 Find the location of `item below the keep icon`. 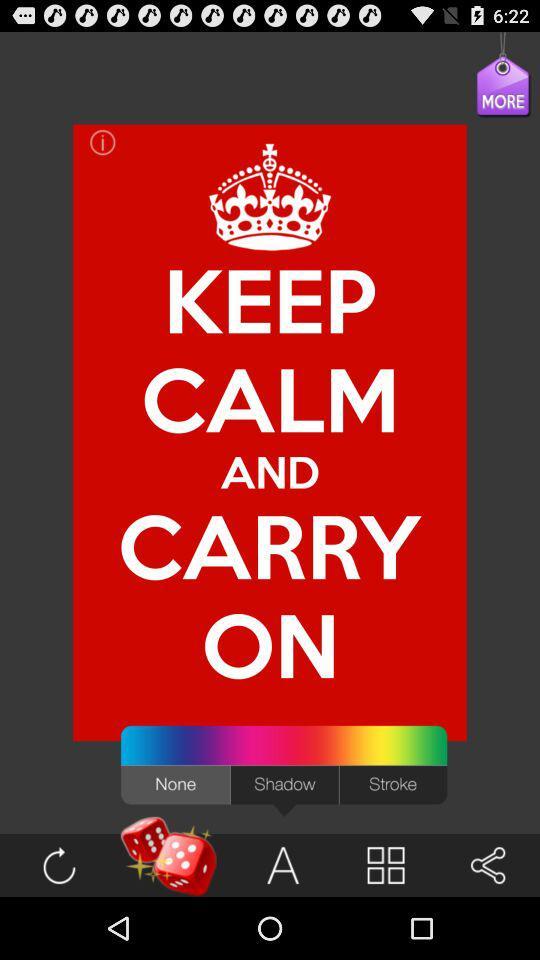

item below the keep icon is located at coordinates (270, 471).